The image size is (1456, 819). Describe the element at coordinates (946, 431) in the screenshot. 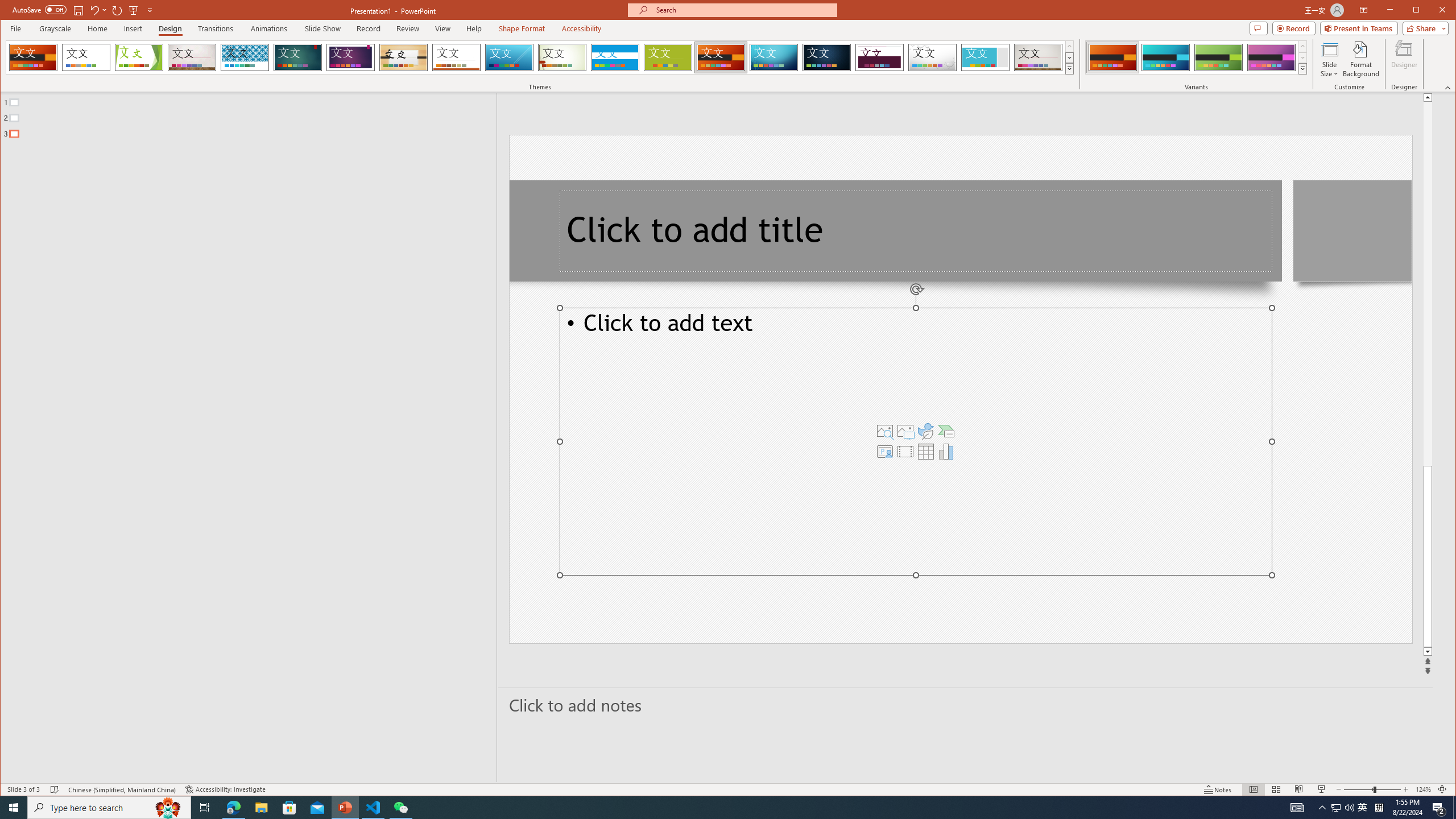

I see `'Insert a SmartArt Graphic'` at that location.